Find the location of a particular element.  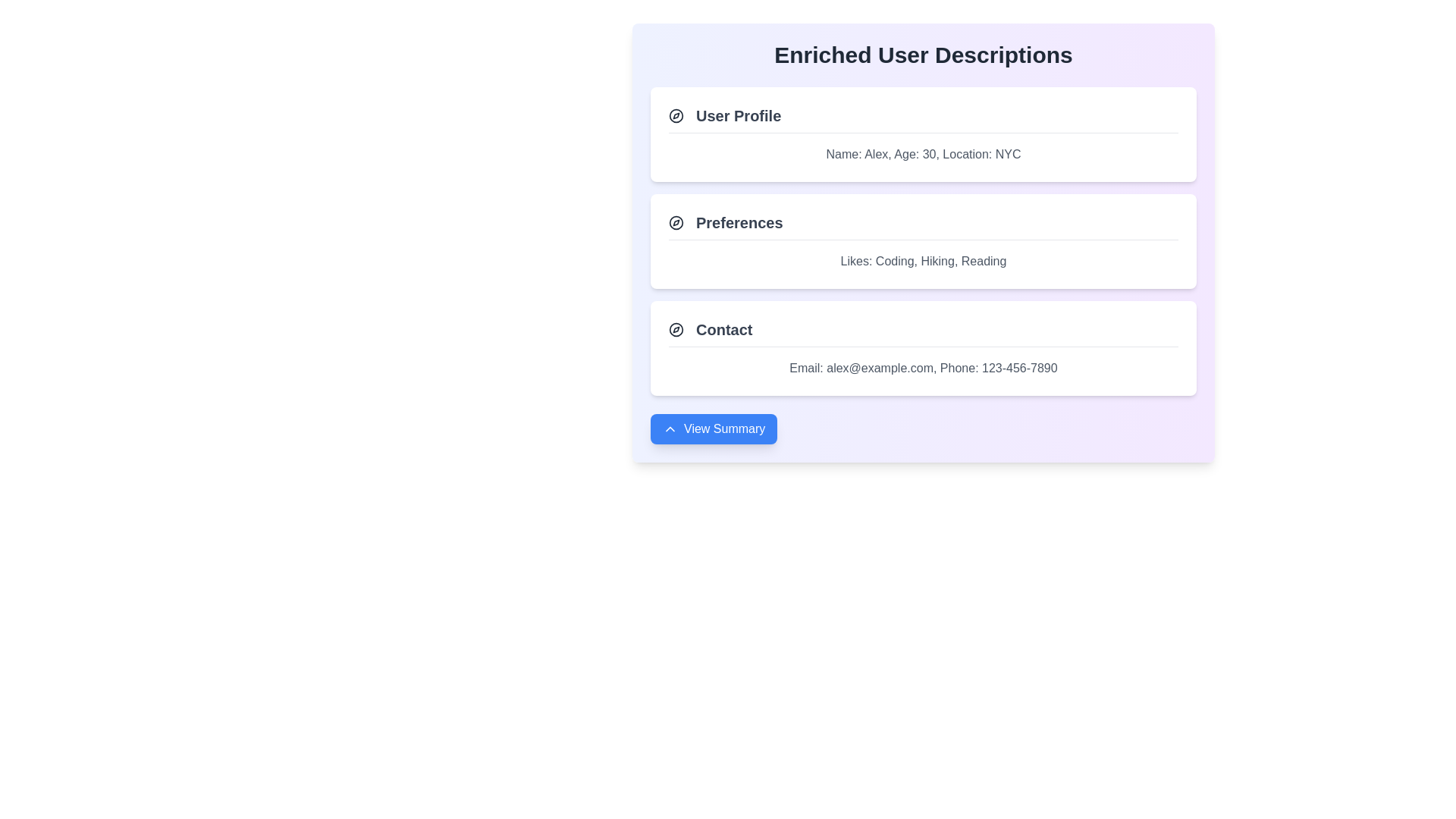

the Text label that serves as the title for the contact information section, located in the third section of the main content under the title 'Contact', positioned to the right of a compass or location marker icon is located at coordinates (723, 329).